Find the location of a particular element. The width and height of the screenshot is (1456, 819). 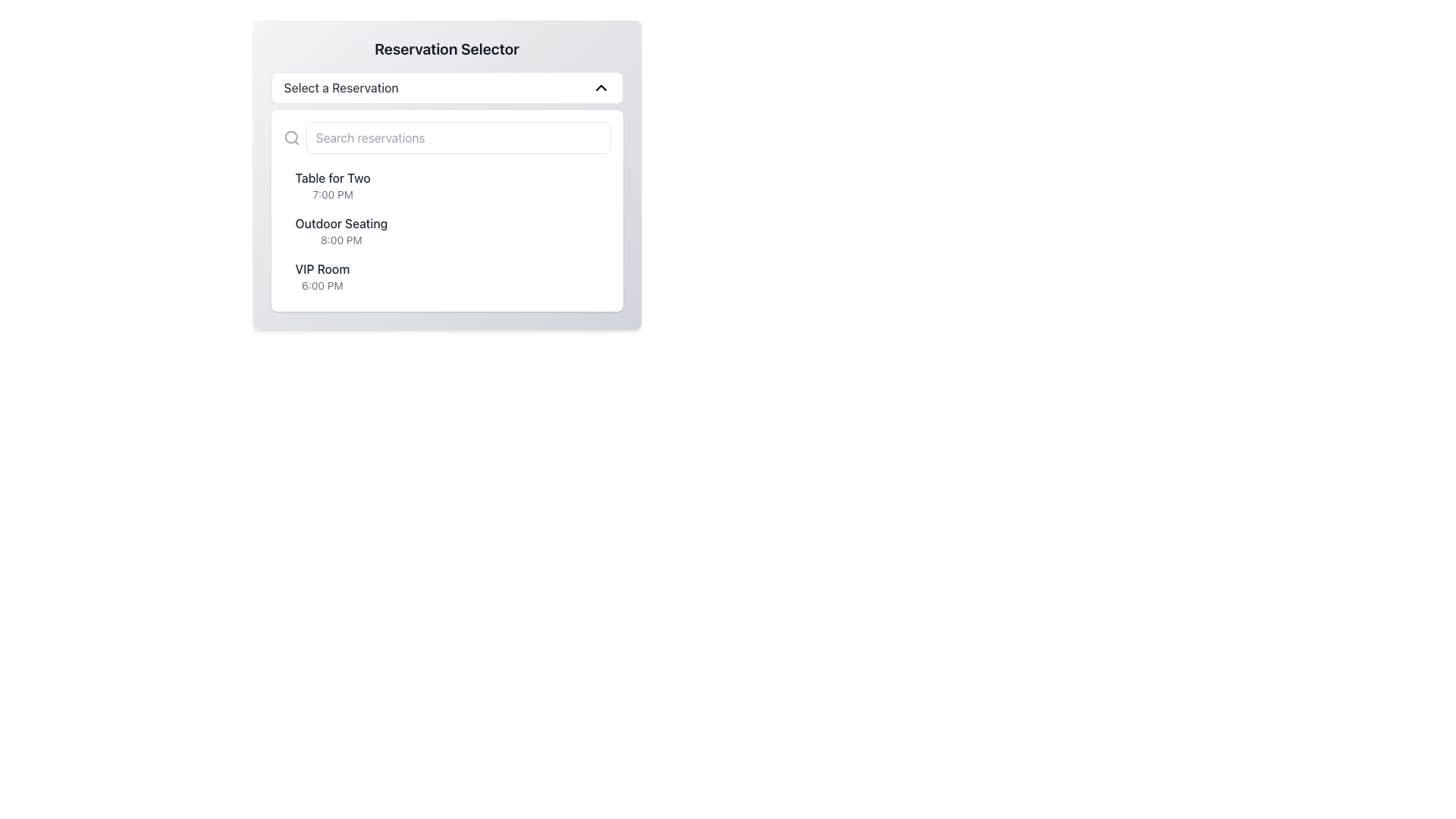

text of the title label representing the seating arrangement type, located in the reservation options list, positioned above 'VIP Room' and below 'Table for Two' is located at coordinates (340, 223).